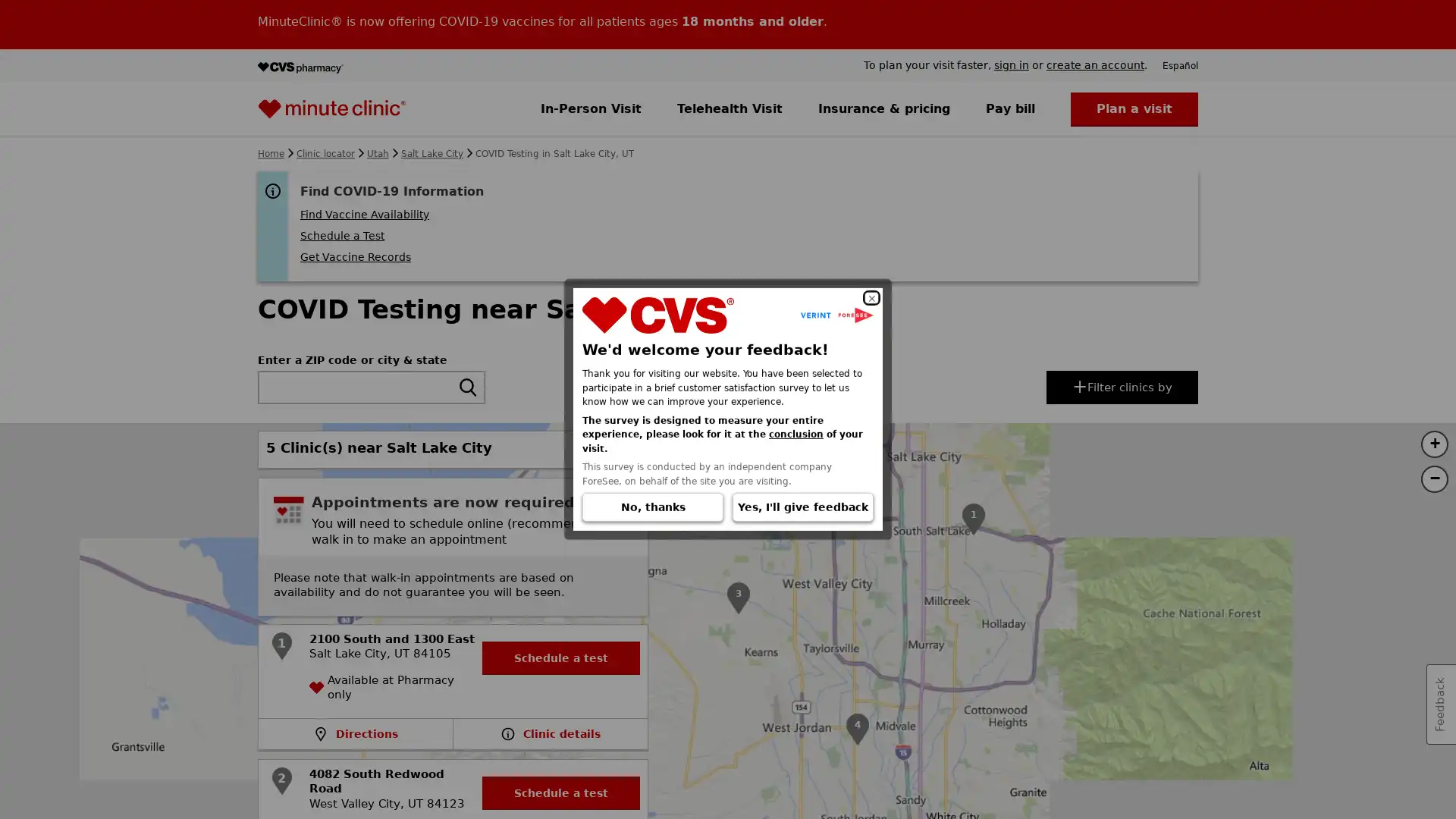  Describe the element at coordinates (802, 507) in the screenshot. I see `Yes, I'll give feedback (Opens in a new window)` at that location.